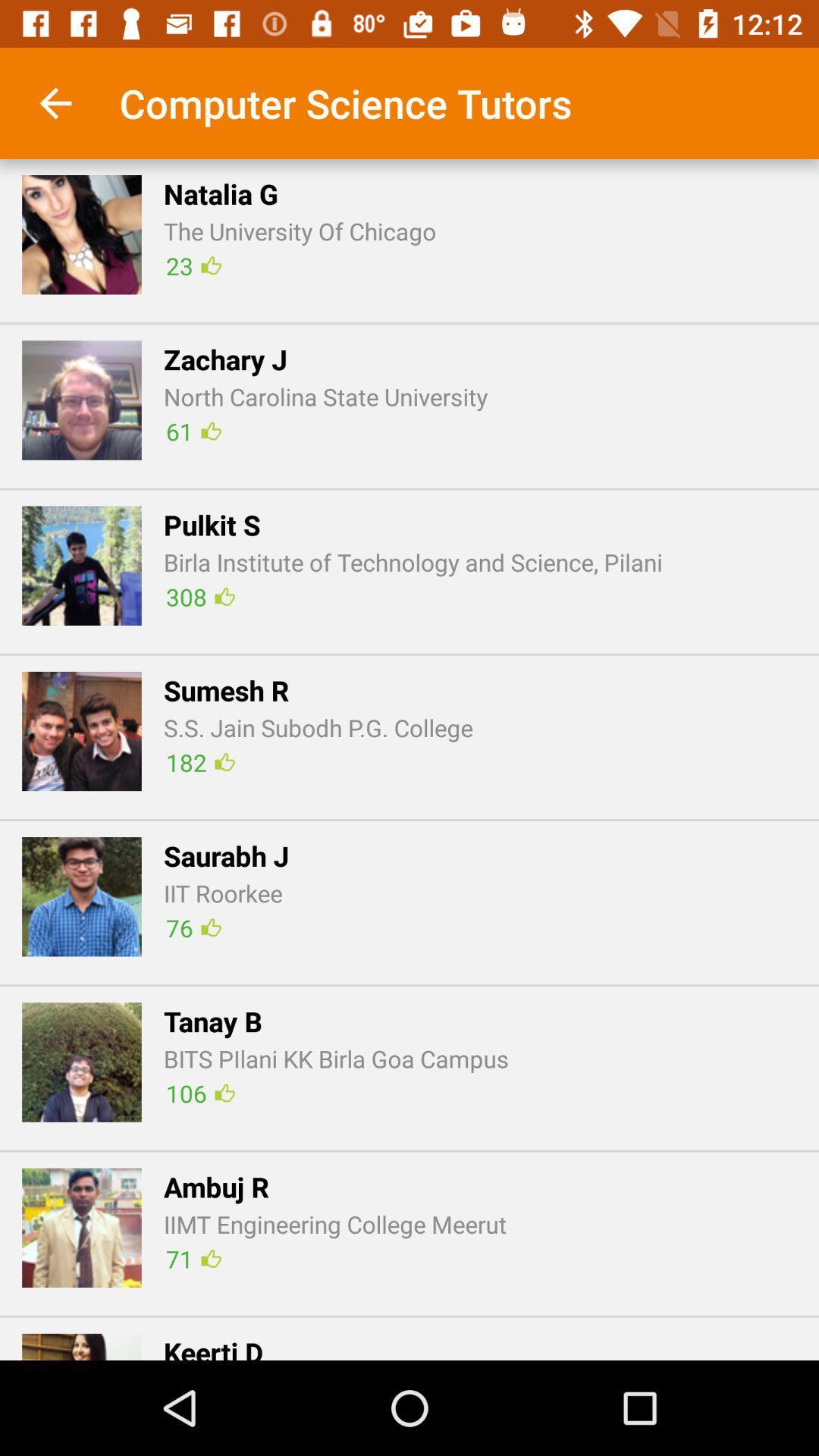  I want to click on icon next to the z icon, so click(193, 430).